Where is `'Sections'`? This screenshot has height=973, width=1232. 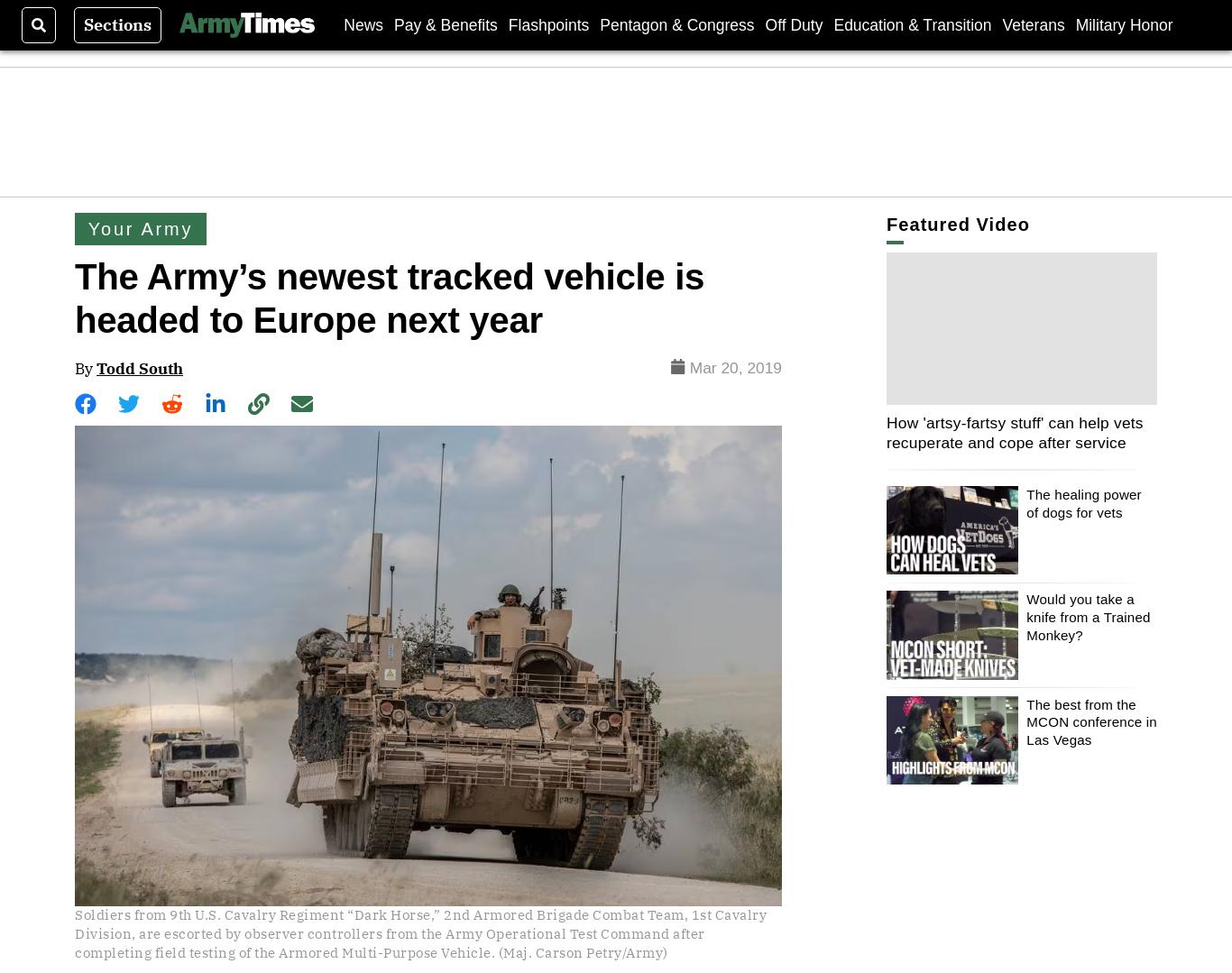 'Sections' is located at coordinates (84, 23).